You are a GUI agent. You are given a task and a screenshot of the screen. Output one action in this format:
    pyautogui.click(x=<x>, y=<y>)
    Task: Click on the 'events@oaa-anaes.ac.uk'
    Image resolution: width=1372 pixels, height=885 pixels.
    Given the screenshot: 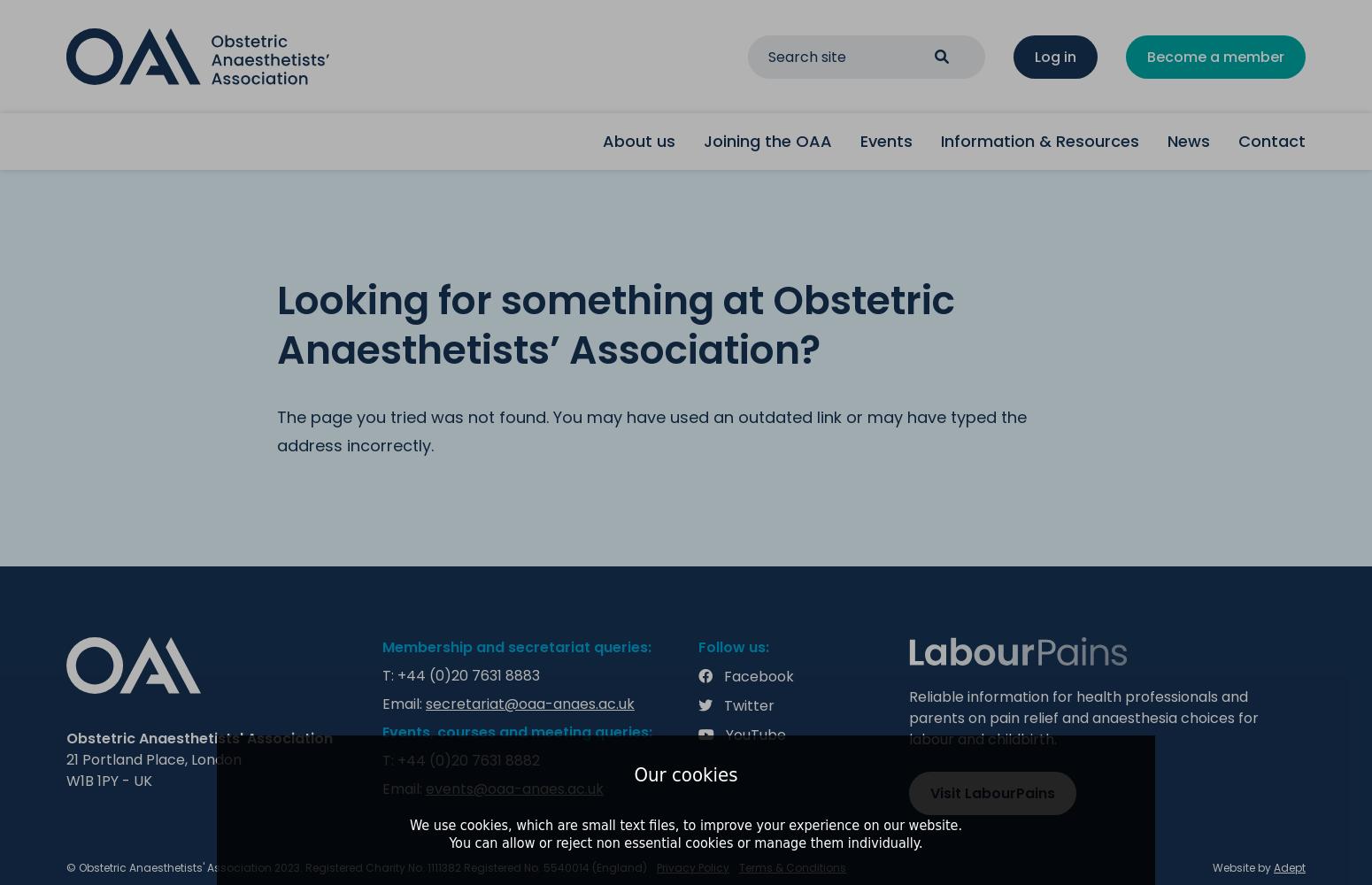 What is the action you would take?
    pyautogui.click(x=514, y=789)
    